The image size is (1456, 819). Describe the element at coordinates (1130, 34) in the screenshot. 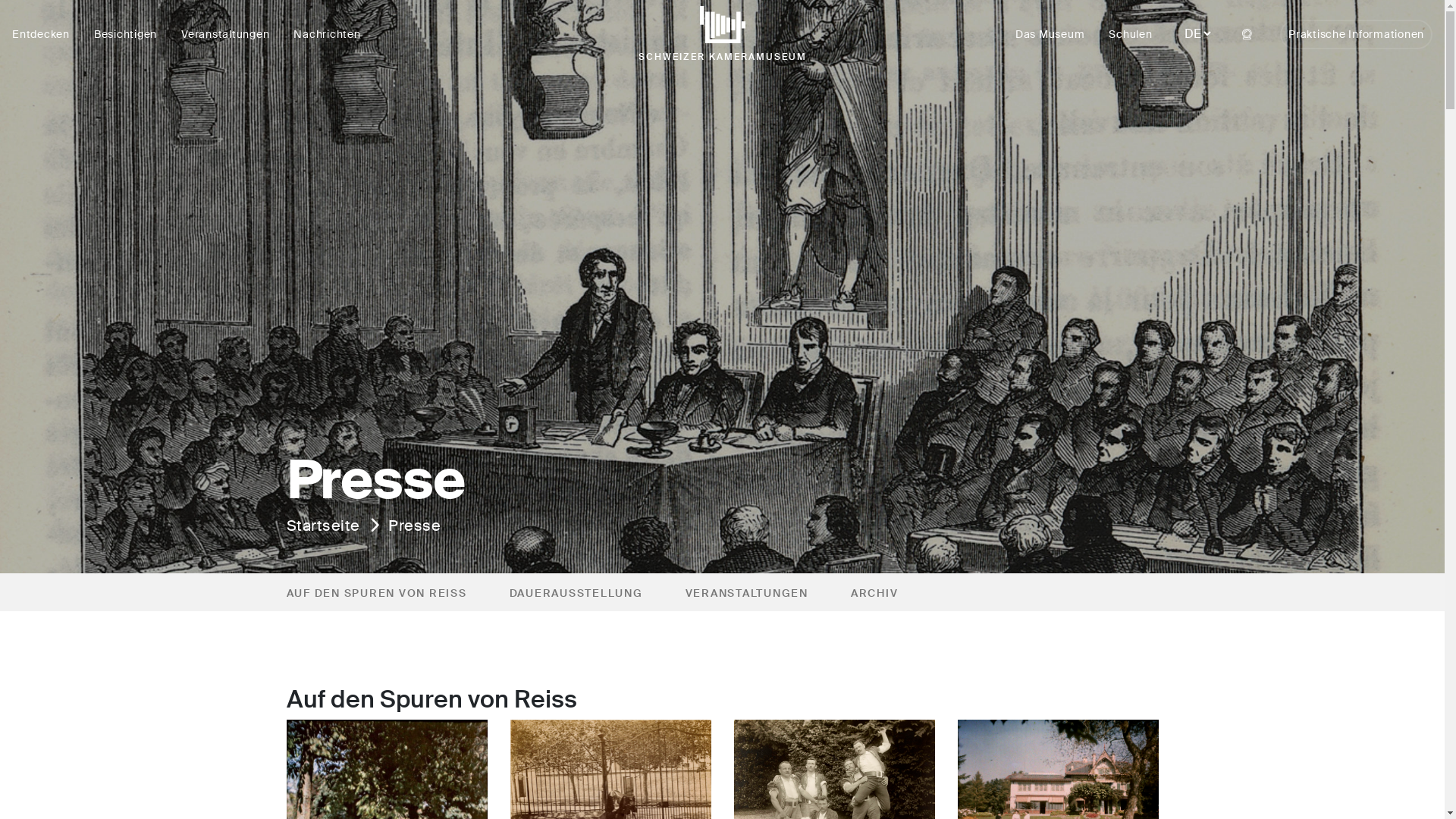

I see `'Schulen'` at that location.